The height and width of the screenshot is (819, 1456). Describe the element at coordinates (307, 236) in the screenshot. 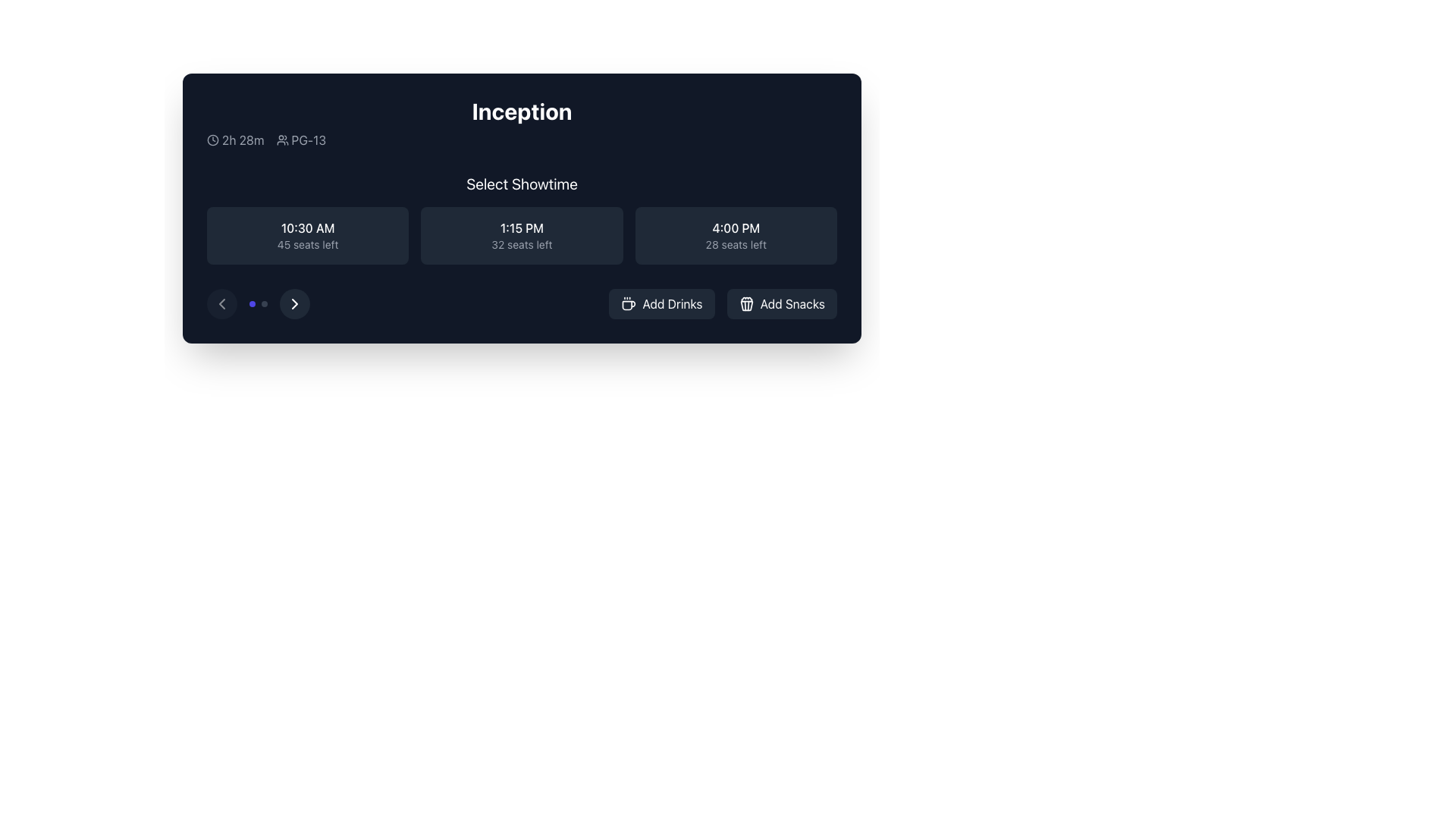

I see `the button displaying '10:30 AM' with '45 seats left'` at that location.